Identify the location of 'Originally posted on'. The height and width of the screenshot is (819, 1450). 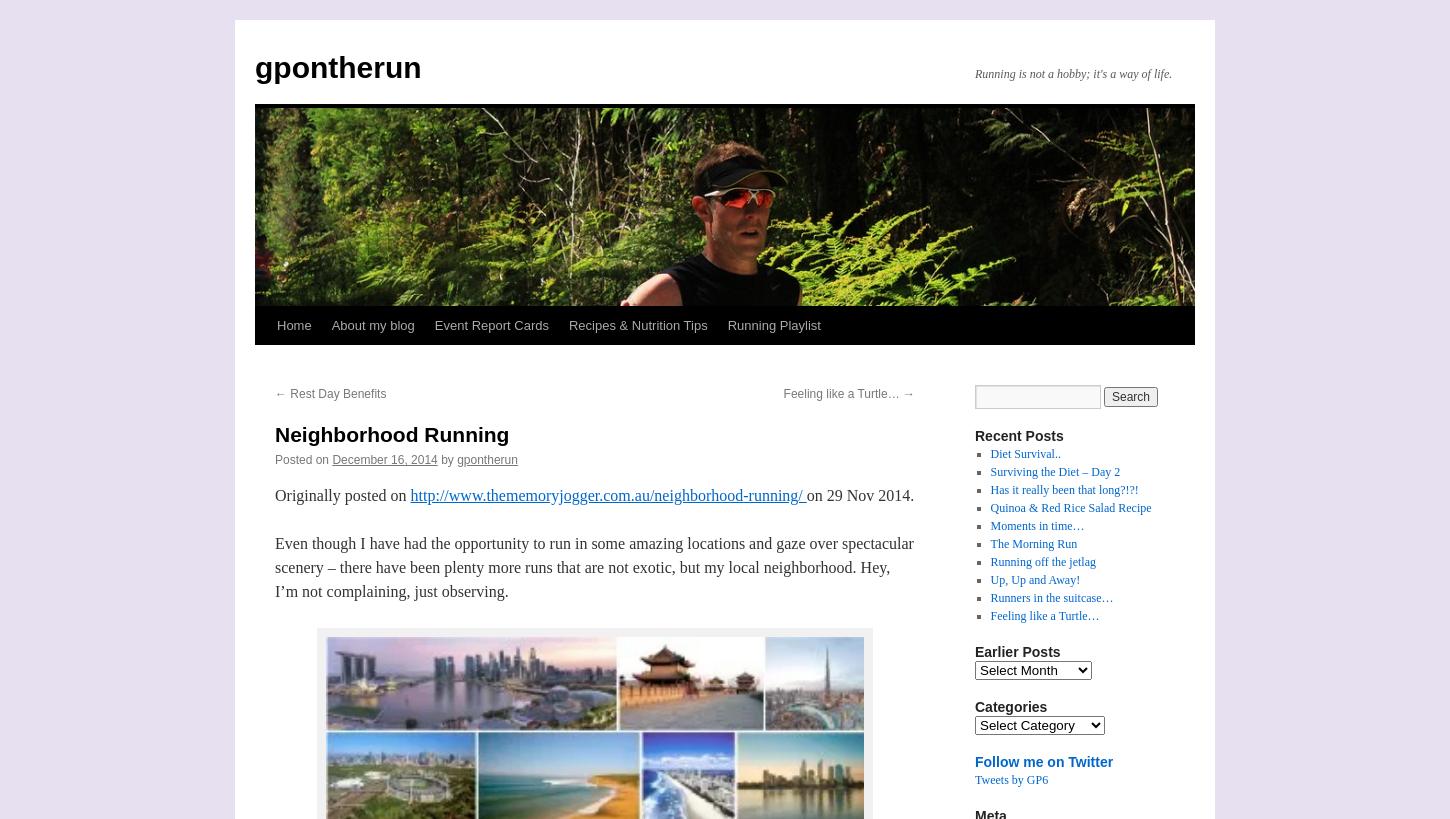
(342, 494).